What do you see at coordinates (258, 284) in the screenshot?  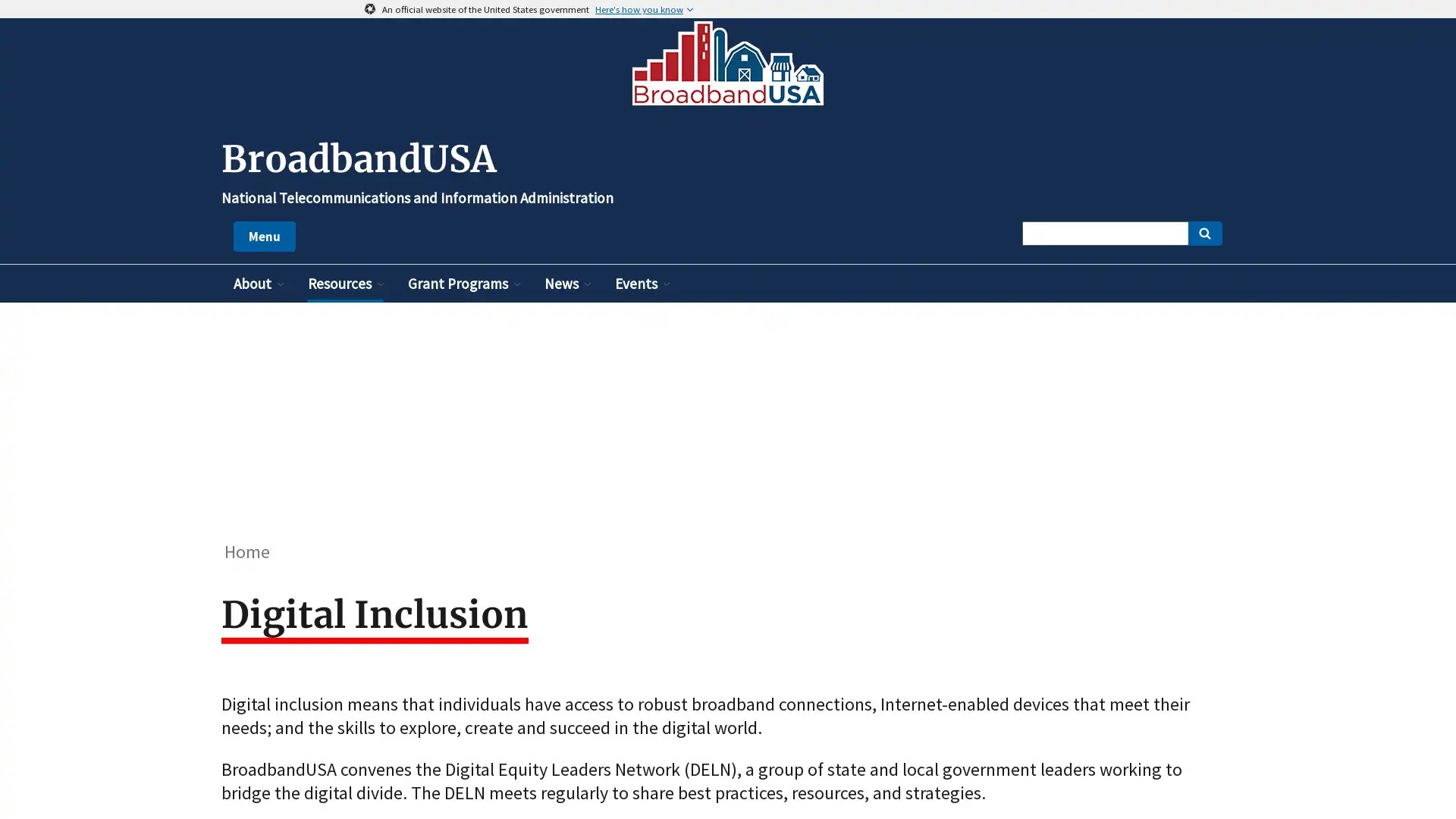 I see `About` at bounding box center [258, 284].